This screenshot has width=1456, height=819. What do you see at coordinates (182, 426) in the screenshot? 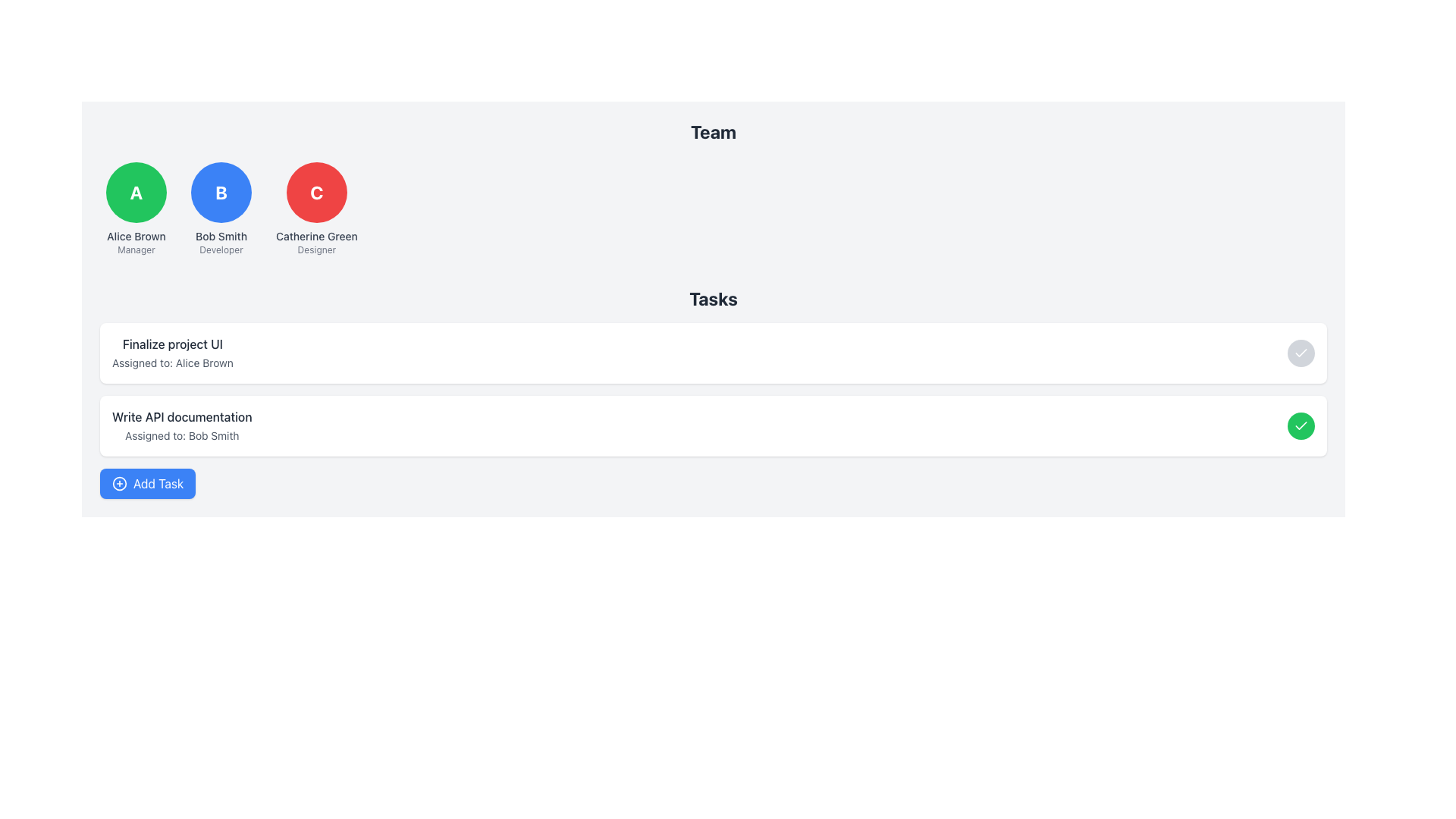
I see `the composite text label that reads 'Write API documentation' with the subtitle 'Assigned to: Bob Smith', which is centrally aligned within the task card component located in the Tasks section` at bounding box center [182, 426].